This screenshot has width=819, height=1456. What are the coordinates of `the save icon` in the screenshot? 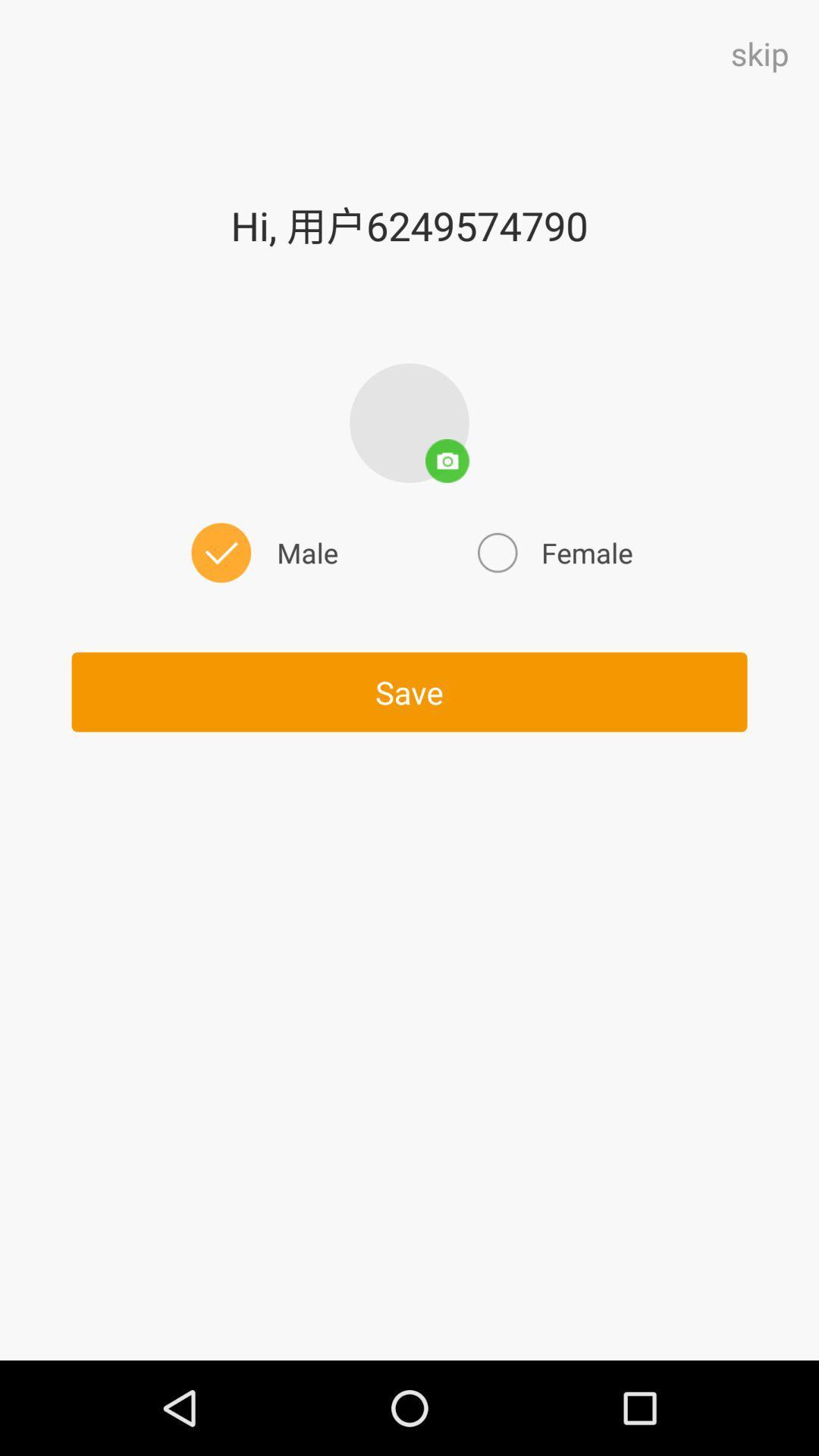 It's located at (409, 691).